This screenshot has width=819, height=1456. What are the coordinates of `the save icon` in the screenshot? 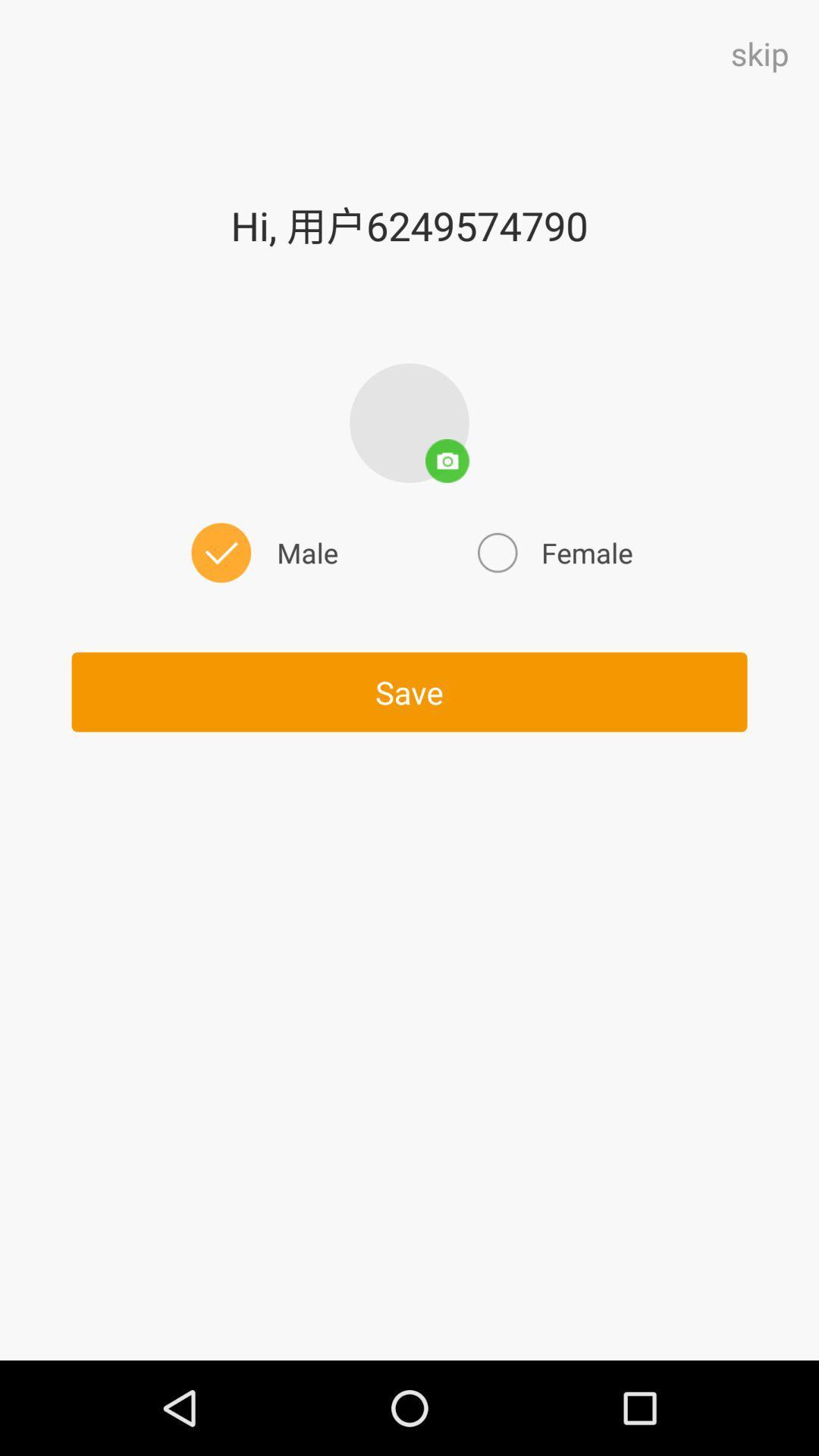 It's located at (409, 691).